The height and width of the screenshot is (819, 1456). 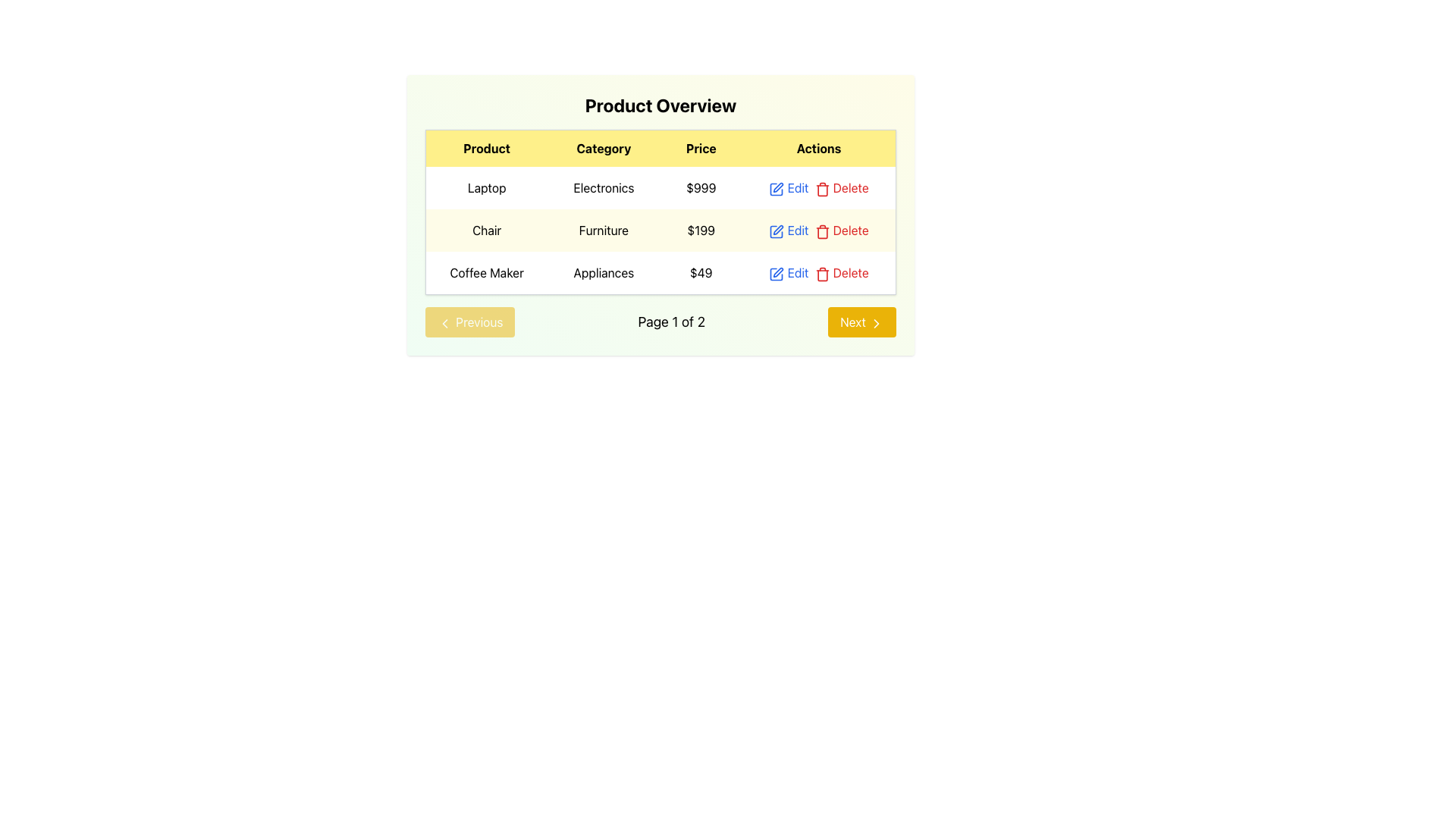 I want to click on the blue-highlighted 'Edit' text link with a pencil icon located in the 'Actions' column of the first row of the table to initiate editing, so click(x=789, y=187).